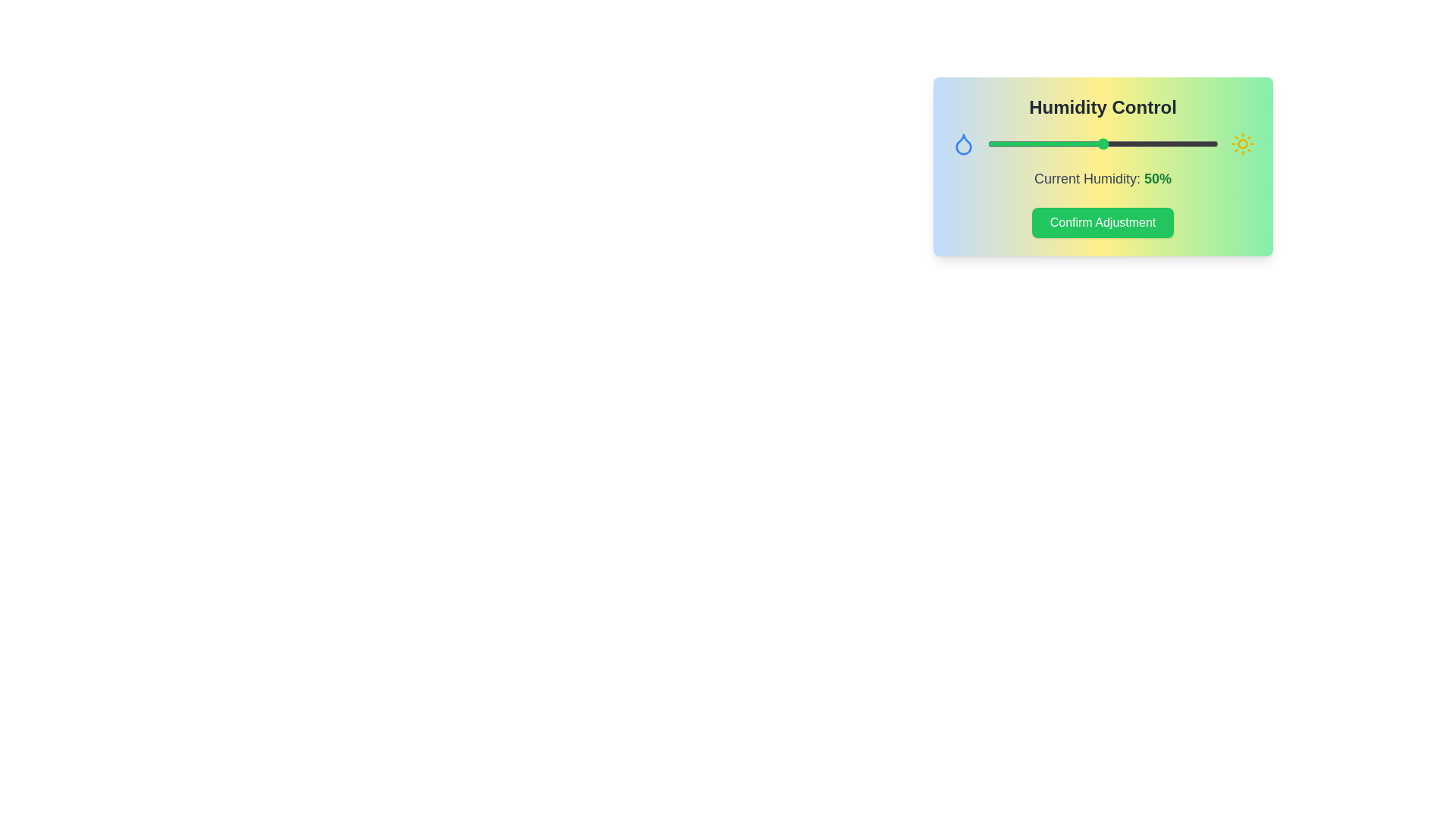 The image size is (1456, 819). Describe the element at coordinates (1103, 222) in the screenshot. I see `'Confirm Adjustment' button to save the selected humidity value` at that location.